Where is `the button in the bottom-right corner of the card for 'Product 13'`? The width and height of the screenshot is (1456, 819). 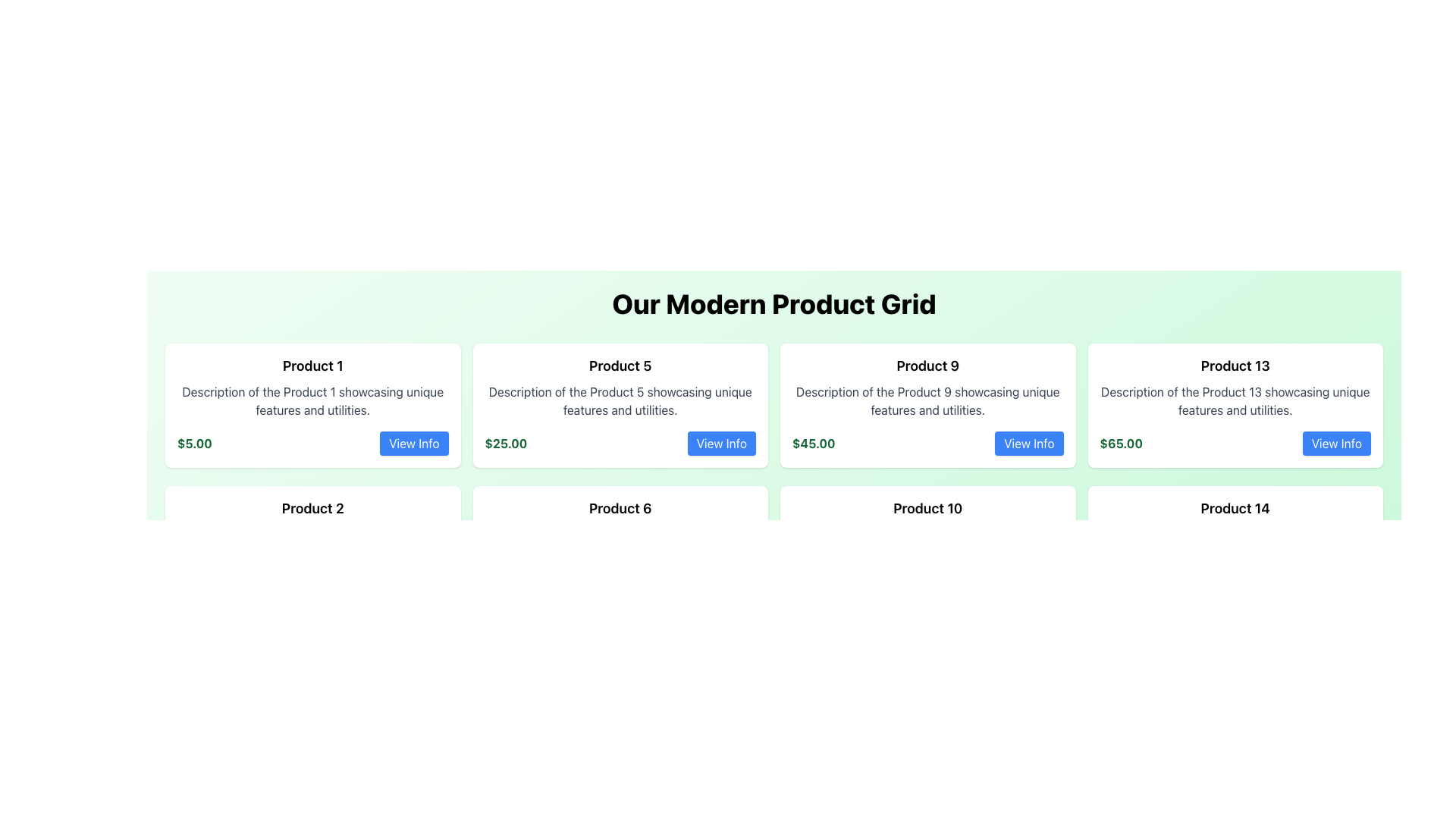
the button in the bottom-right corner of the card for 'Product 13' is located at coordinates (1336, 444).